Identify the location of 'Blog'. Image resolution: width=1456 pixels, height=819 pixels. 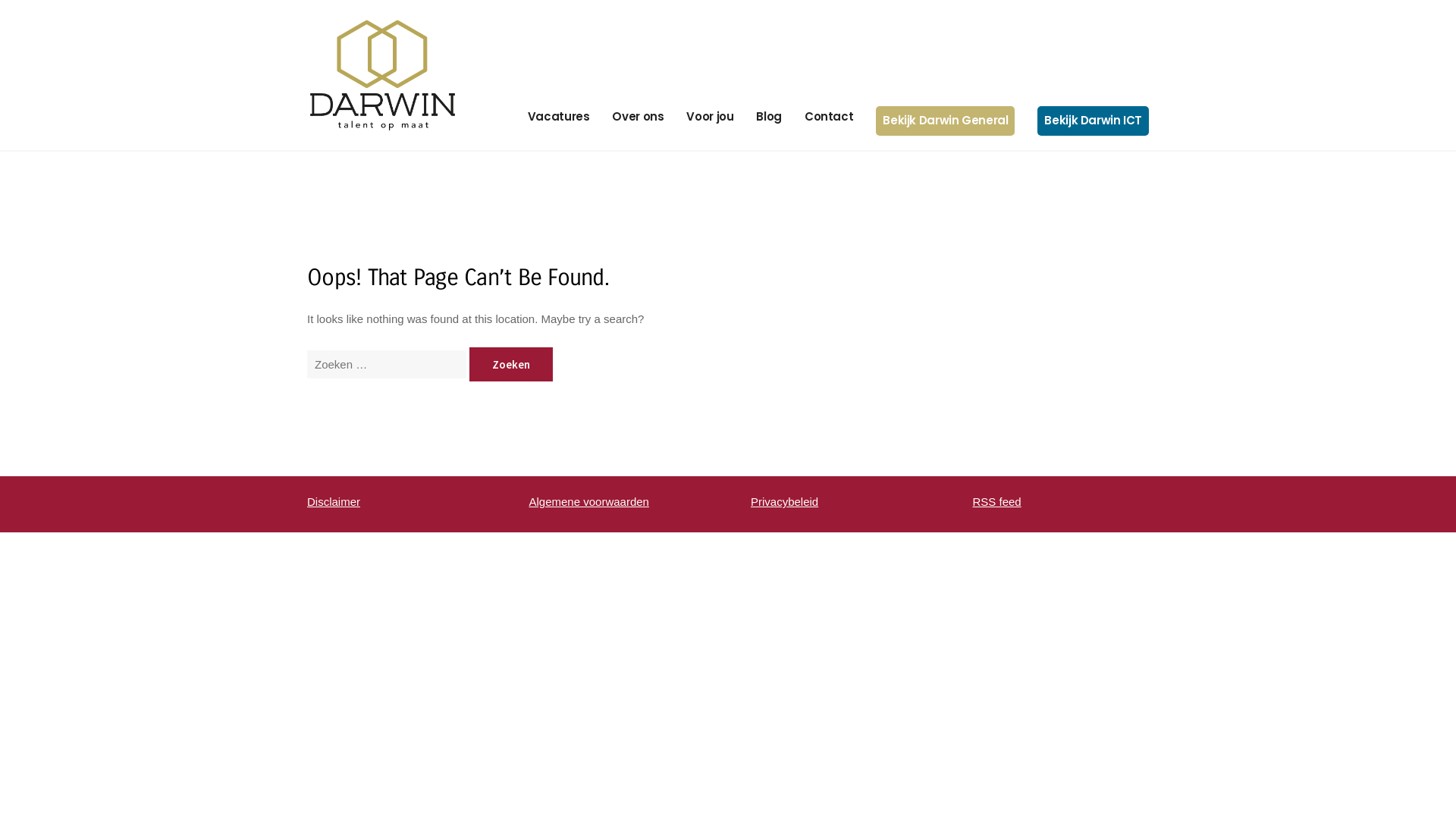
(768, 115).